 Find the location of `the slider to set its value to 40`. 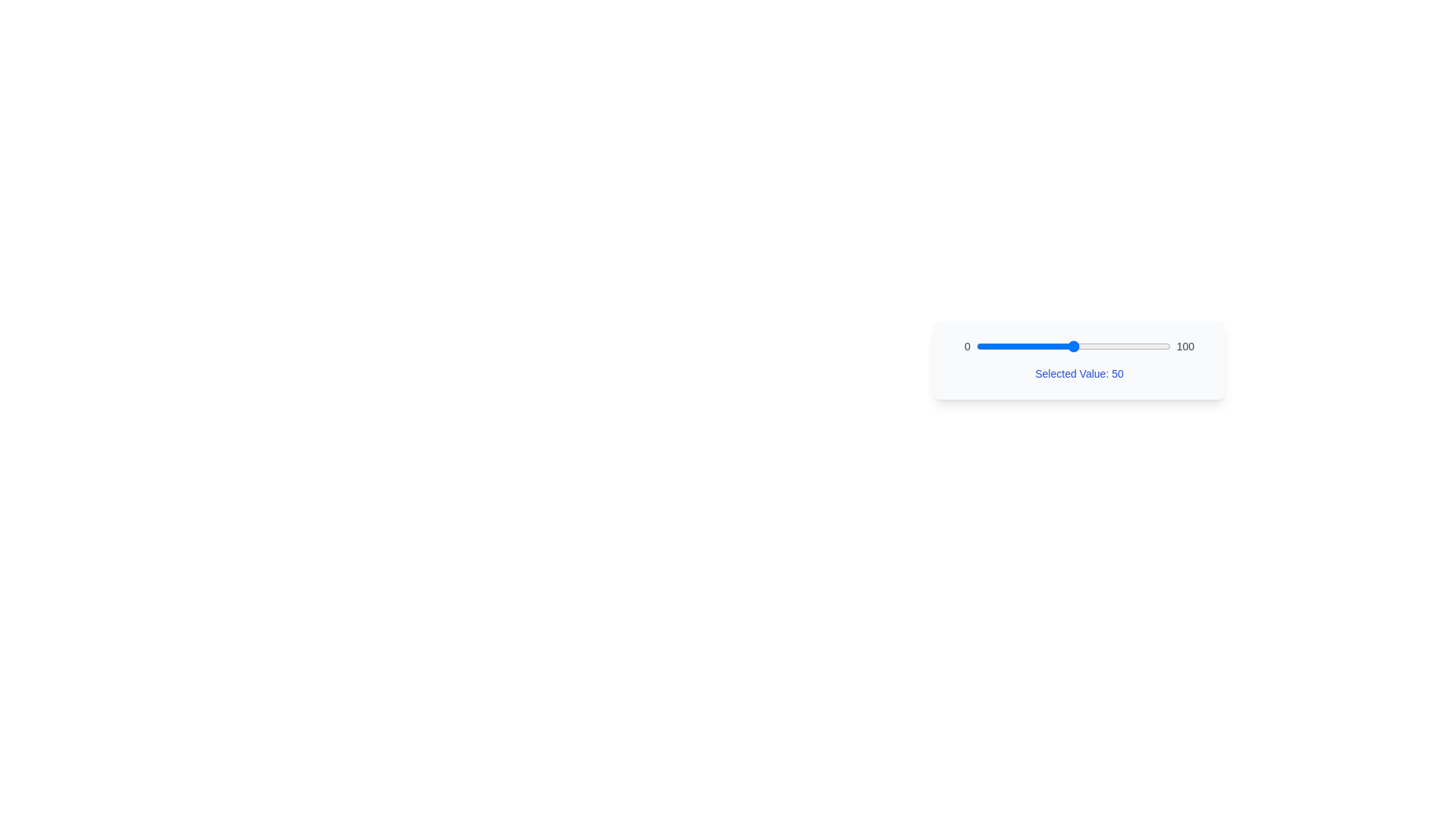

the slider to set its value to 40 is located at coordinates (1053, 346).